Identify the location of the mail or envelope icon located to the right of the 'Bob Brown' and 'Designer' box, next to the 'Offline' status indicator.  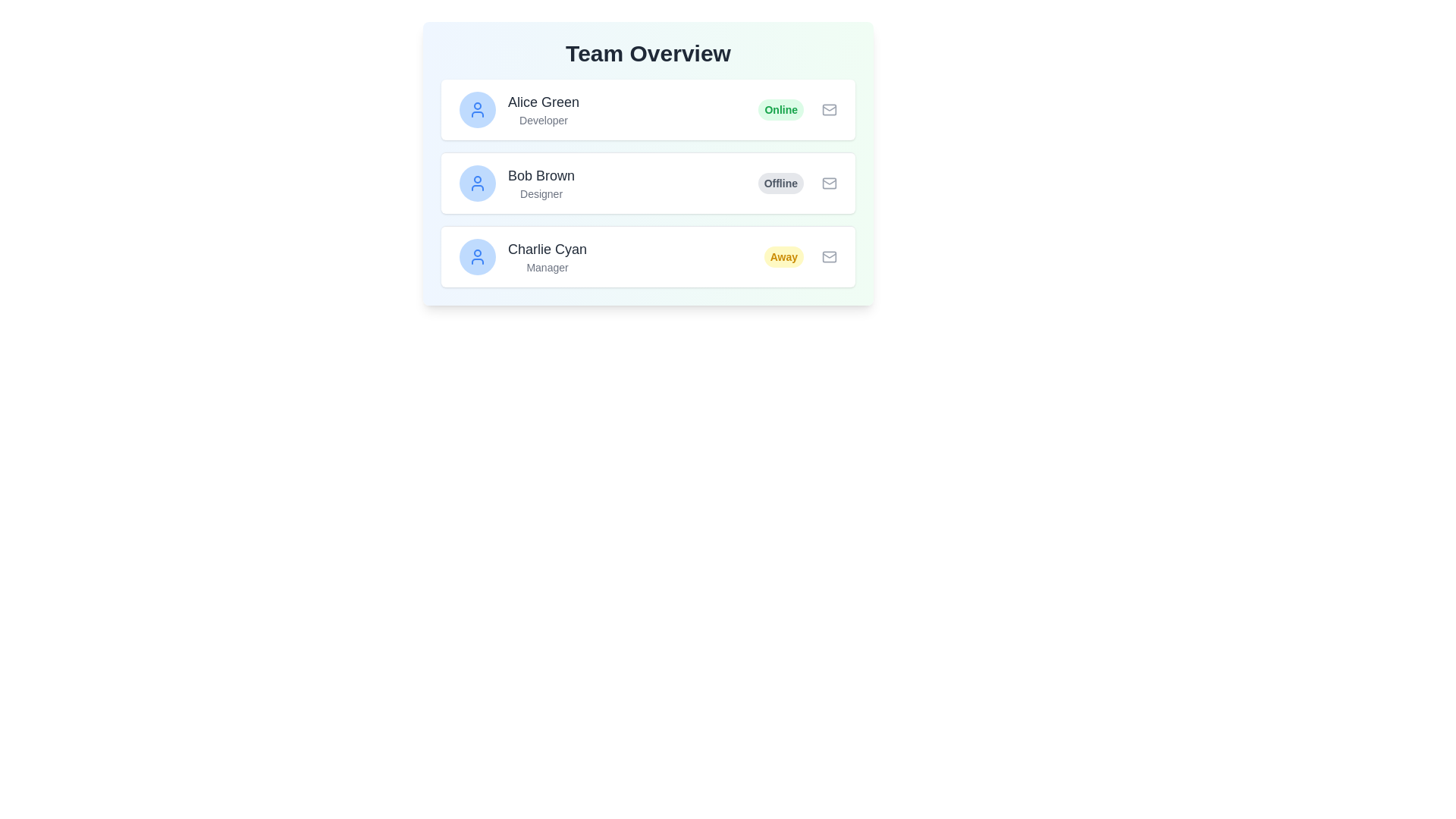
(829, 183).